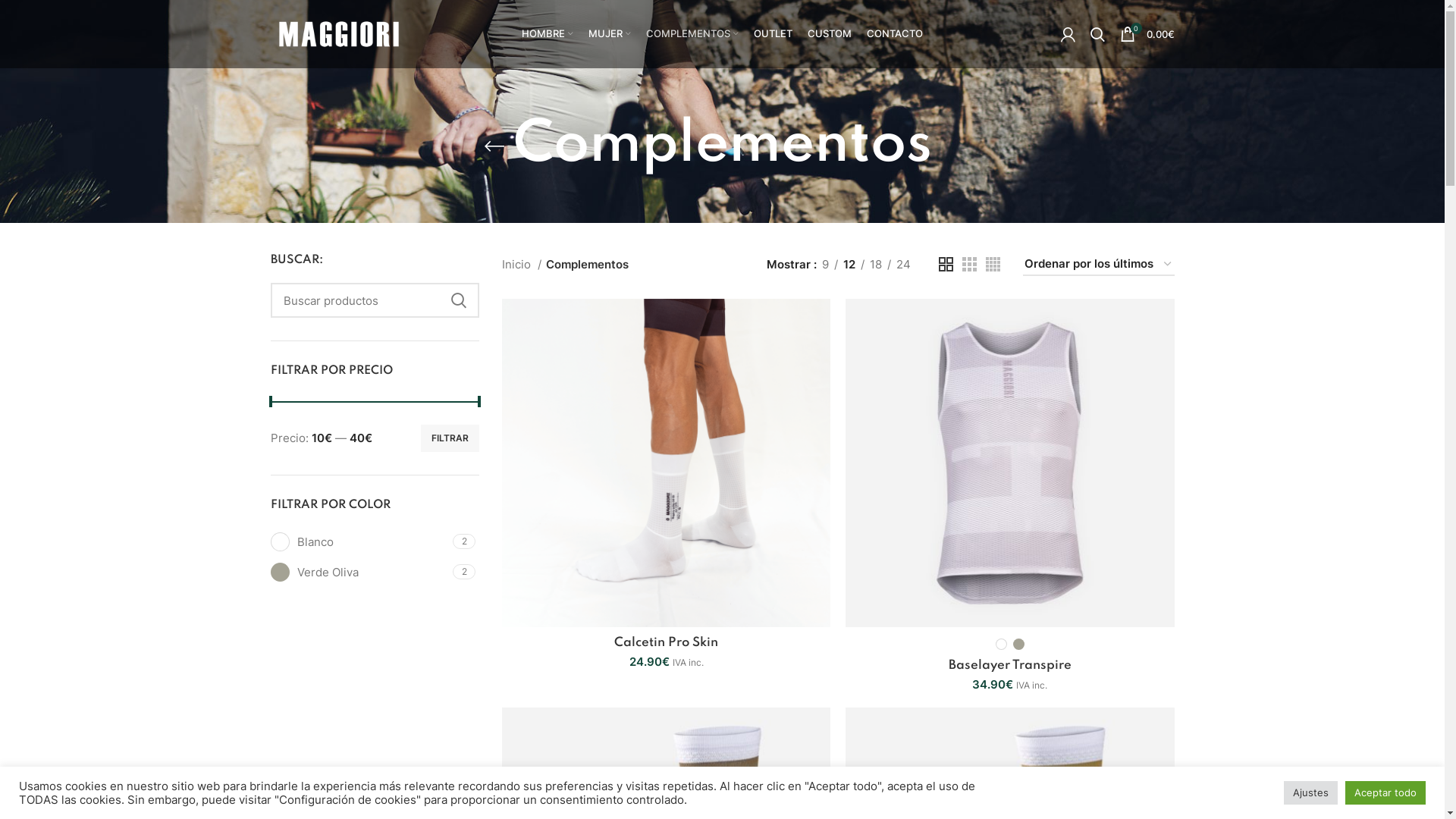 This screenshot has width=1456, height=819. Describe the element at coordinates (638, 34) in the screenshot. I see `'COMPLEMENTOS'` at that location.